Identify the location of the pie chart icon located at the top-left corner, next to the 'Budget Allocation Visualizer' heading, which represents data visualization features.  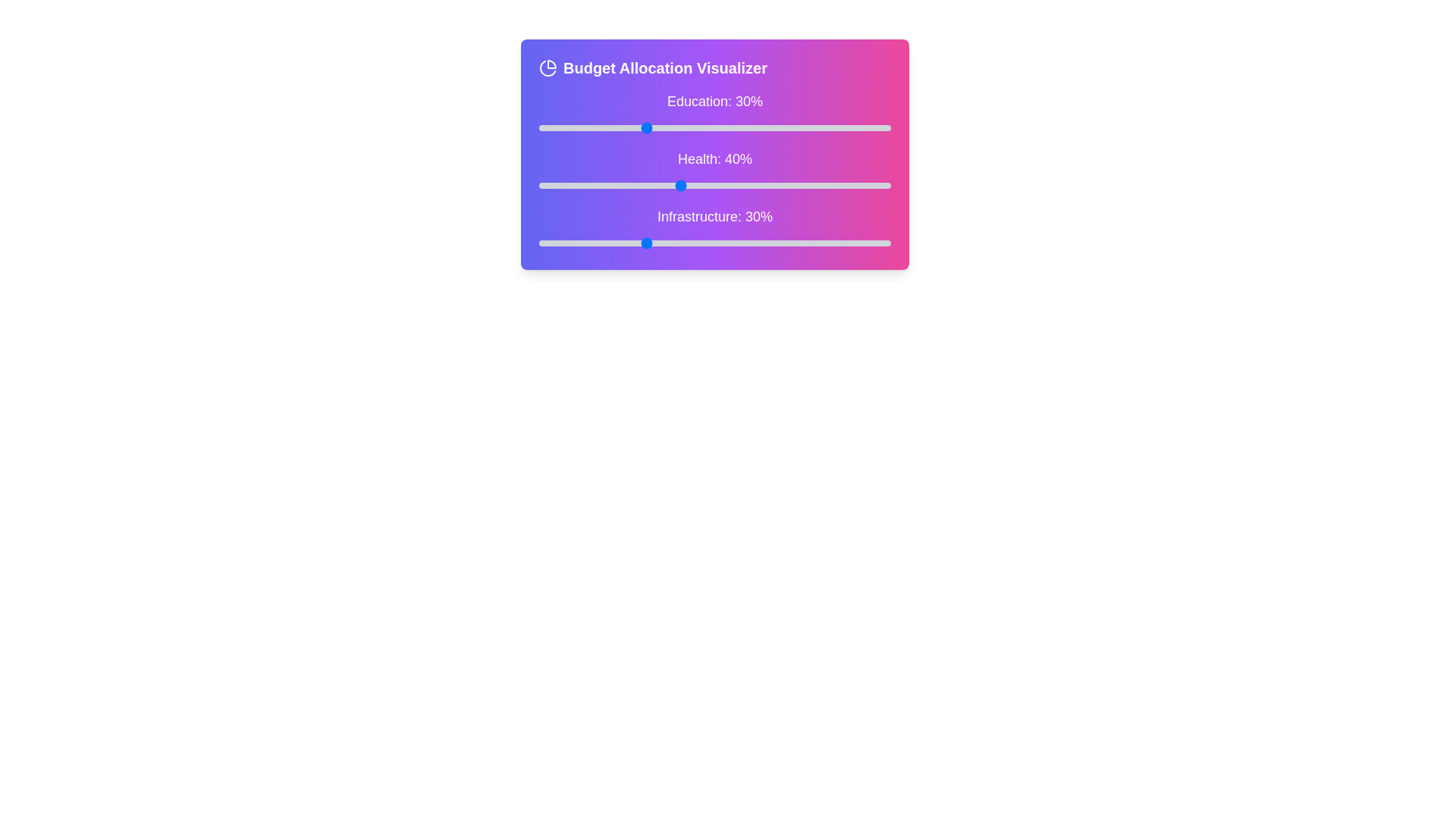
(547, 68).